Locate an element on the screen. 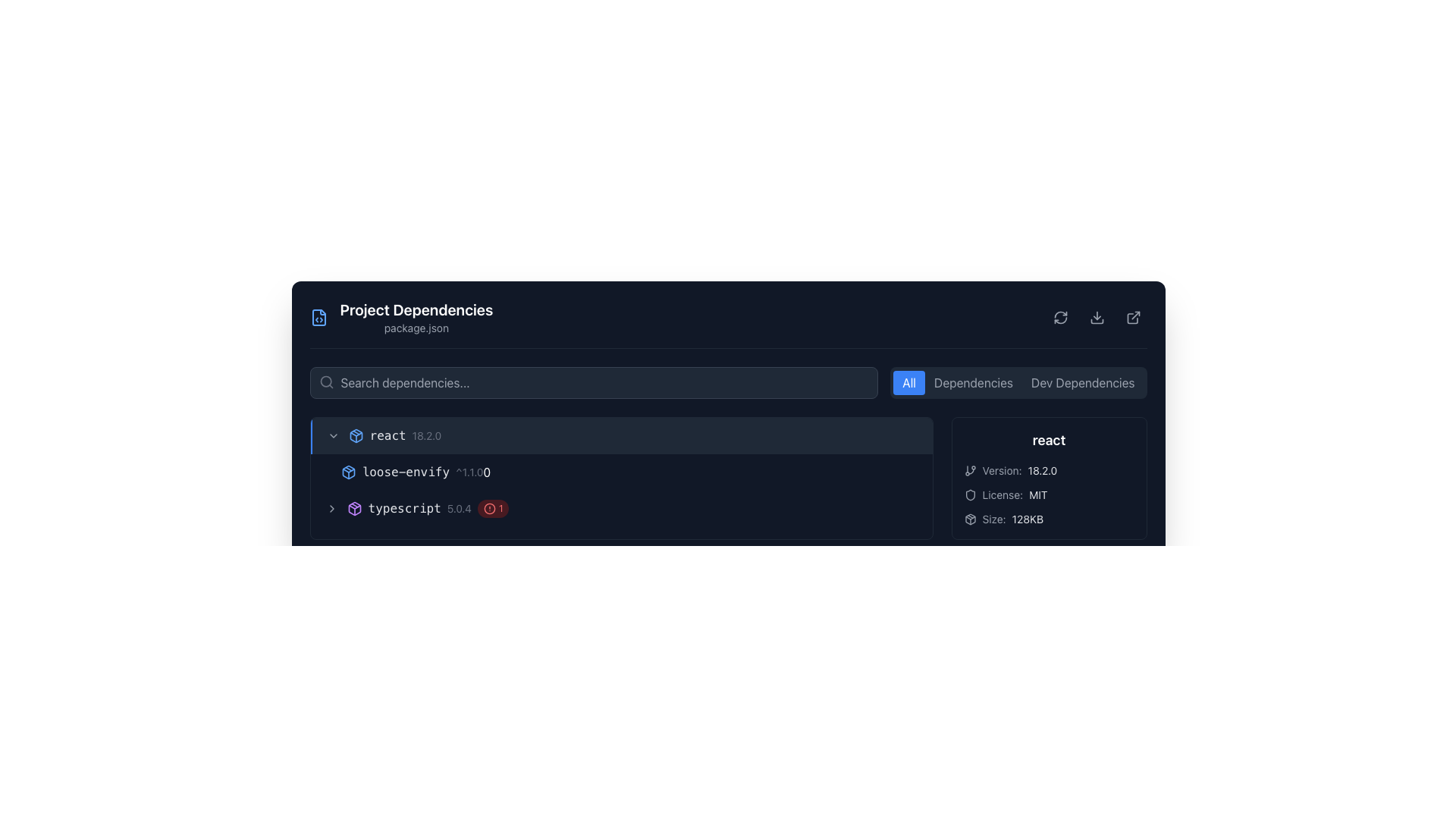 The height and width of the screenshot is (819, 1456). the text label 'Size:' which is positioned directly to the left of the file size '128KB' in the bottom-right section of the interface is located at coordinates (993, 519).